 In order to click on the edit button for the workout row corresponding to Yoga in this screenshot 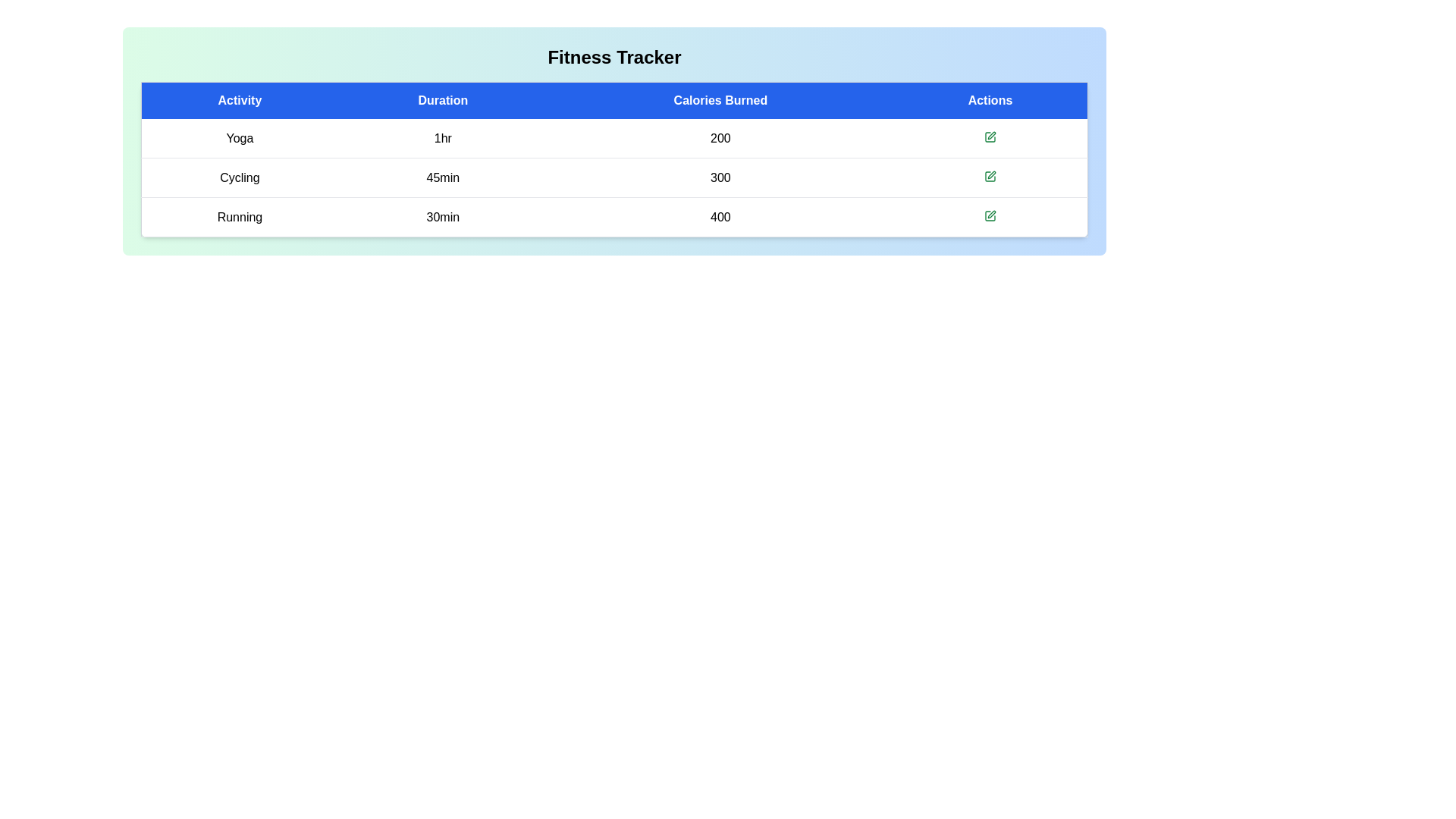, I will do `click(990, 137)`.